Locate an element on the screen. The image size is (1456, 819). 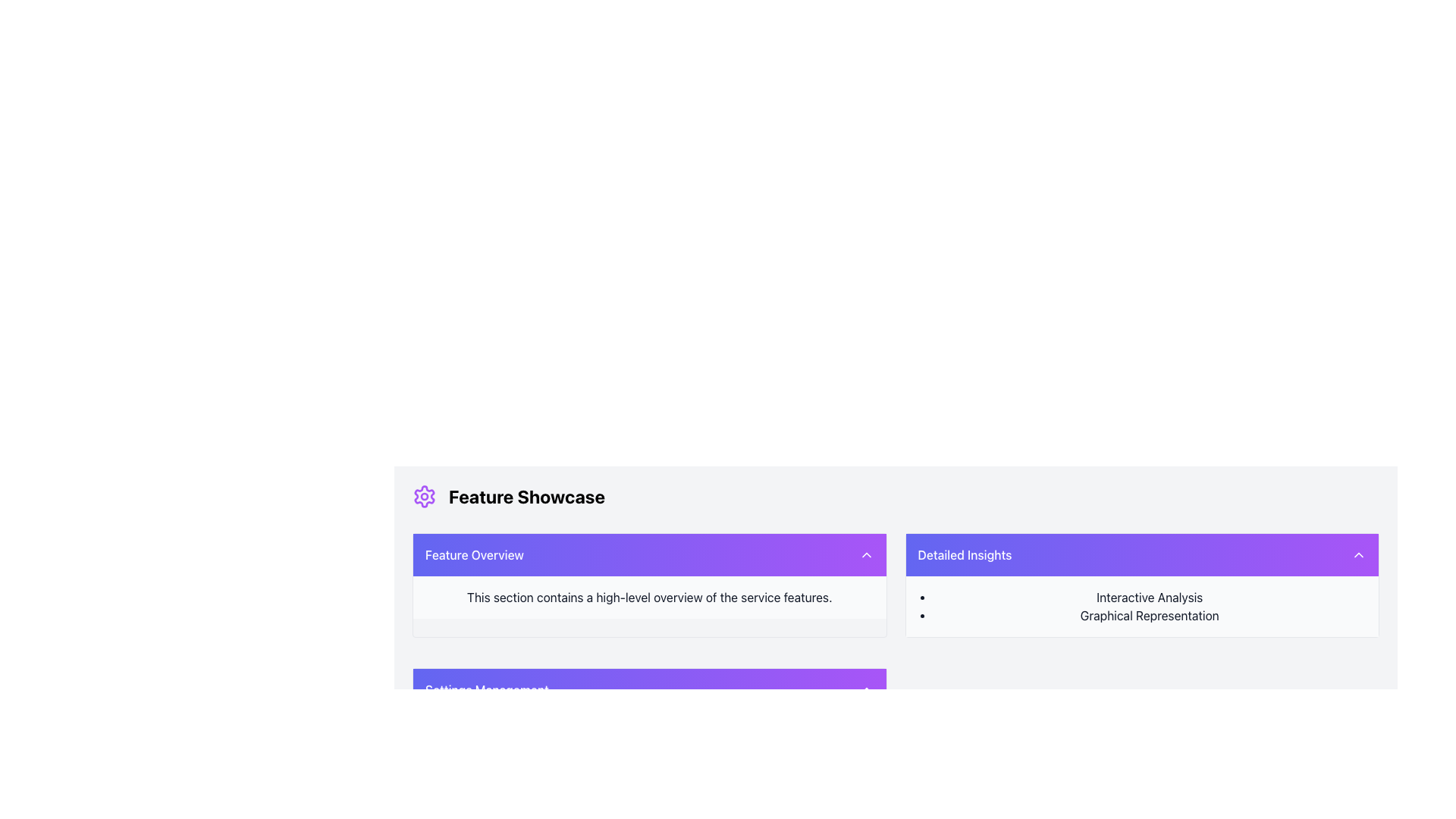
the small chevron-up icon located at the rightmost end of the purple header bar labeled 'Feature Overview' is located at coordinates (866, 555).